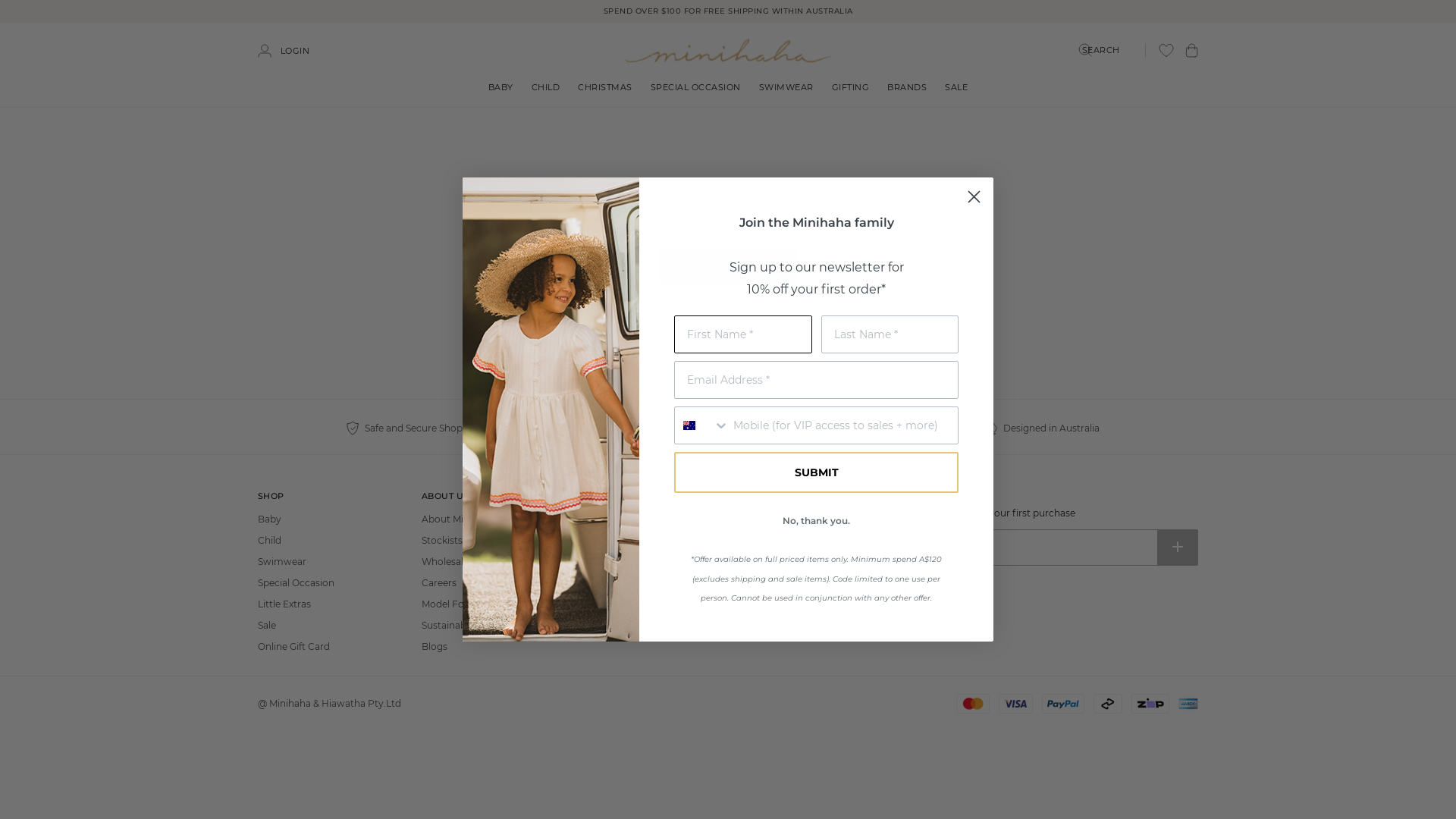  Describe the element at coordinates (258, 561) in the screenshot. I see `'Swimwear'` at that location.